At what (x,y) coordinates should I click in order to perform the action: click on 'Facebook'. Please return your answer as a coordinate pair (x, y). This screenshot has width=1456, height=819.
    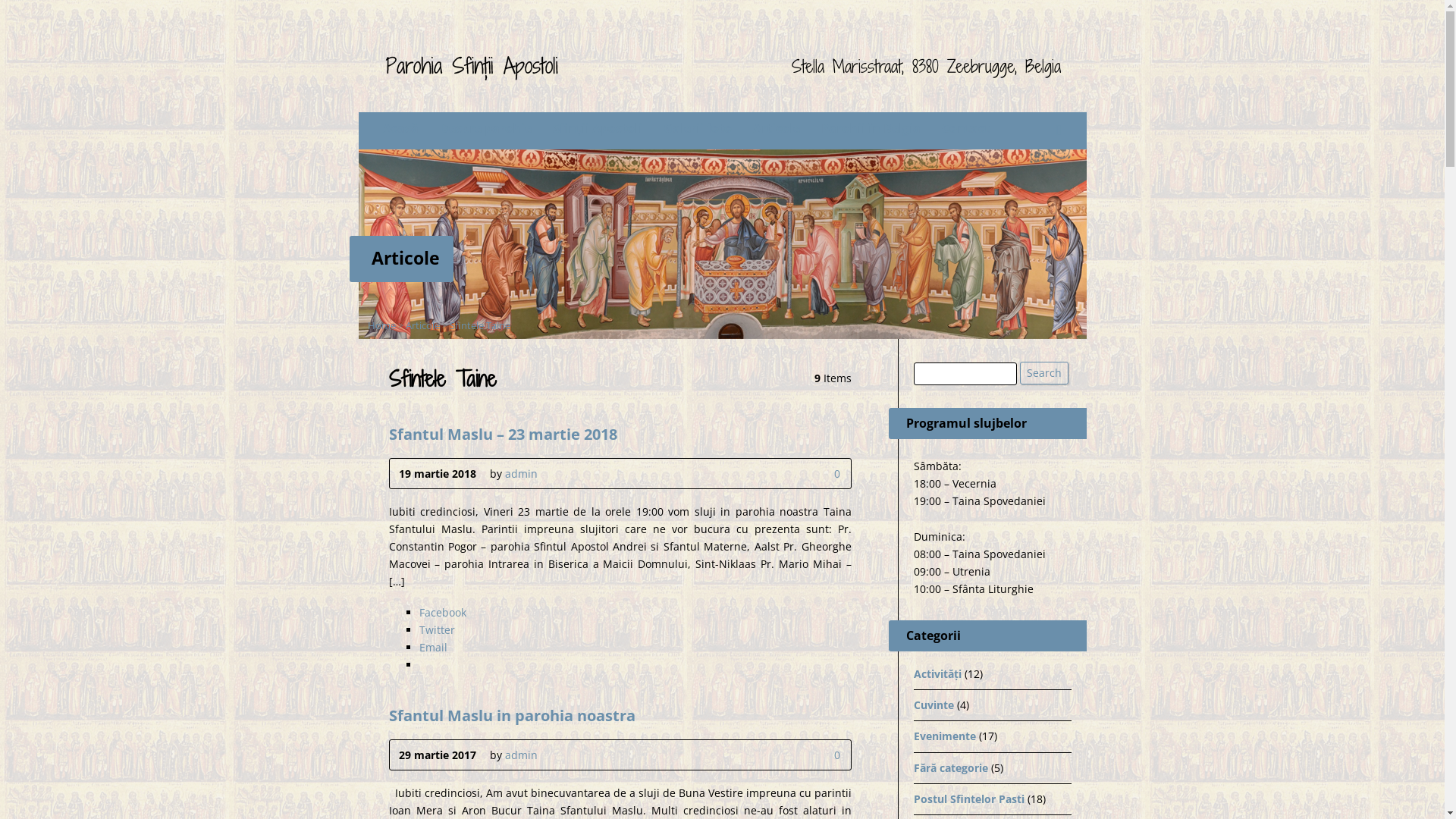
    Looking at the image, I should click on (441, 611).